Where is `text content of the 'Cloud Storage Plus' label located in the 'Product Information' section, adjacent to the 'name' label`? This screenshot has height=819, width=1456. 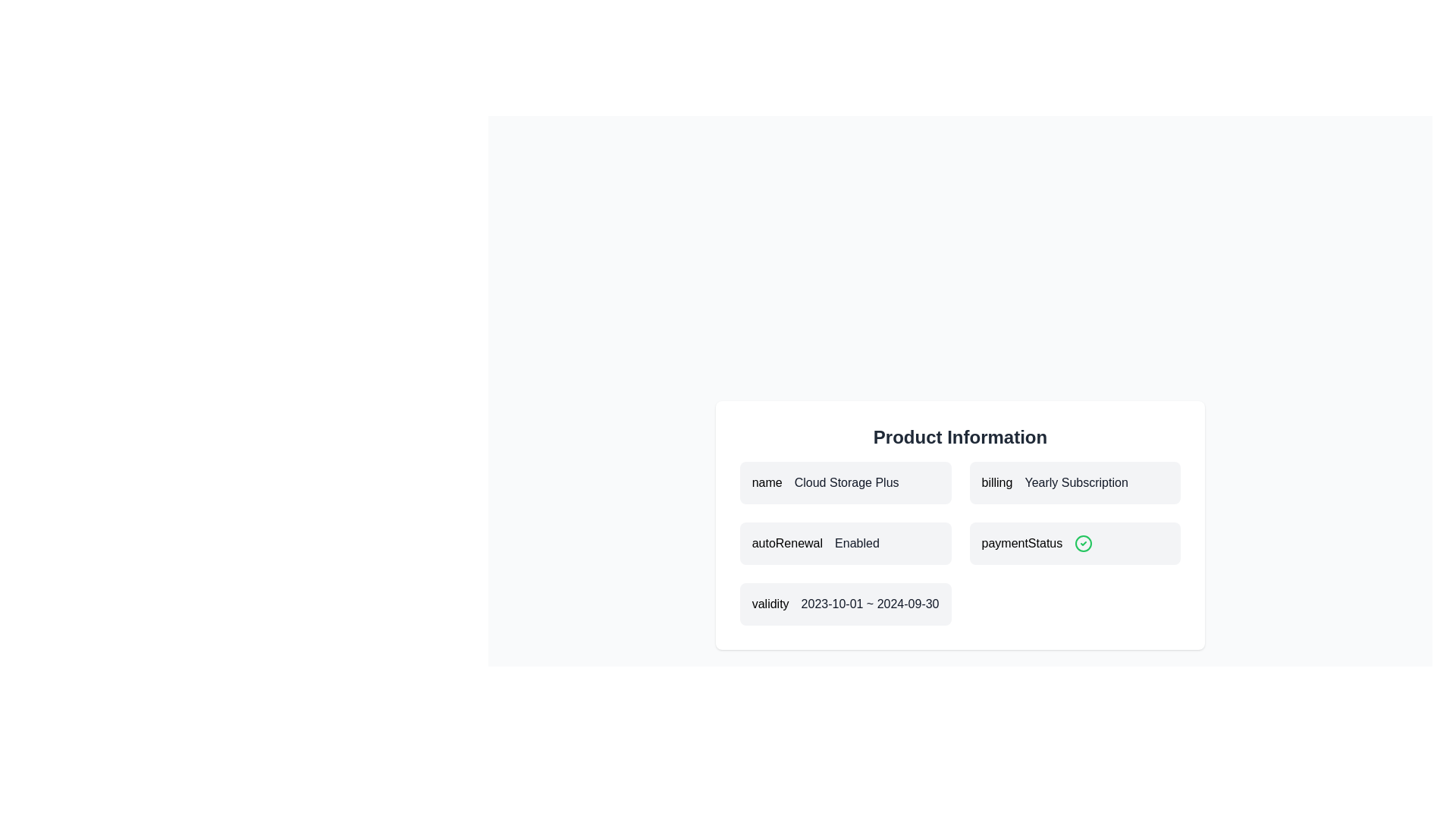
text content of the 'Cloud Storage Plus' label located in the 'Product Information' section, adjacent to the 'name' label is located at coordinates (846, 482).